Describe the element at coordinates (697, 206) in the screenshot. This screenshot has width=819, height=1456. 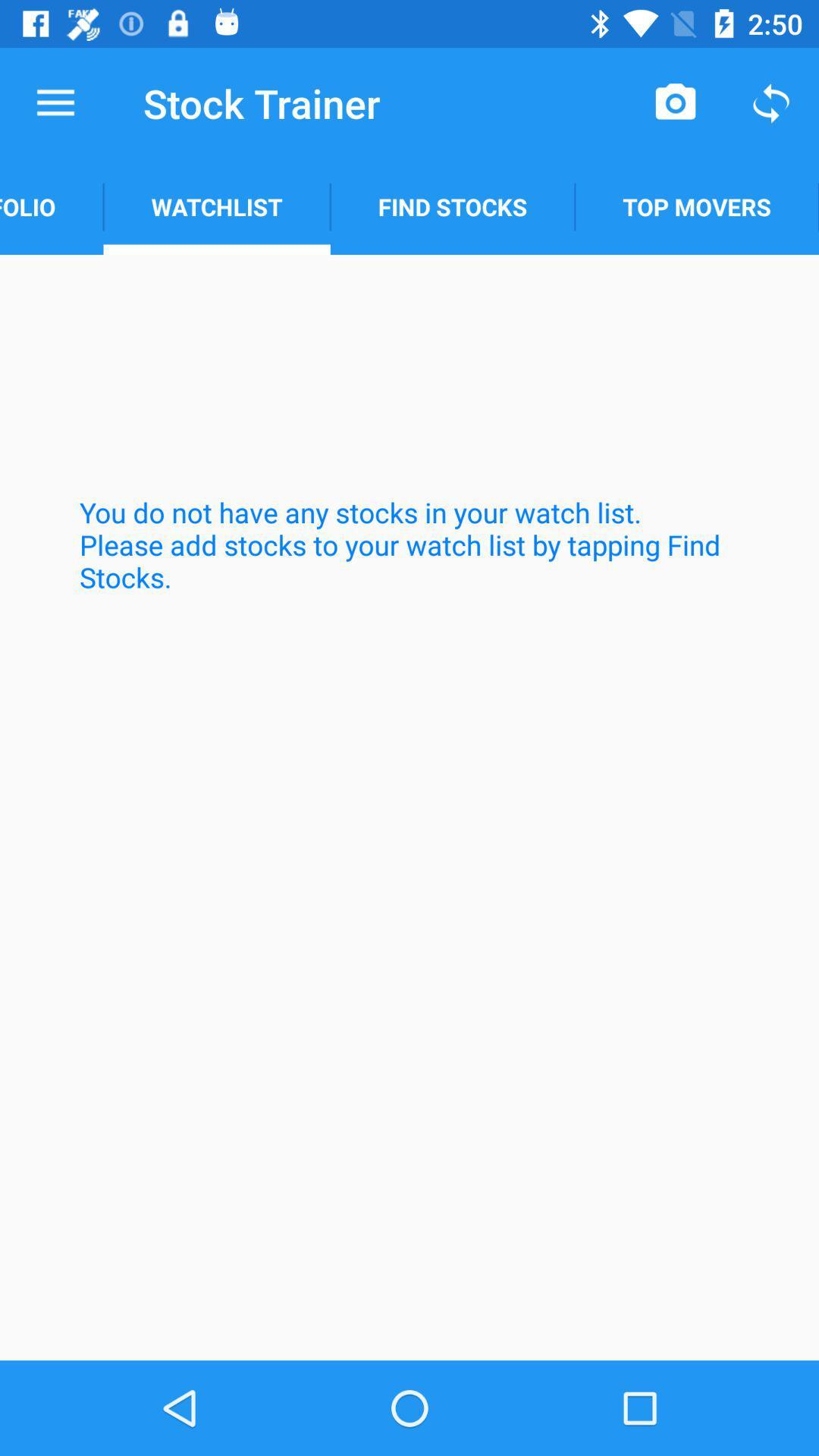
I see `the icon to the right of find stocks` at that location.